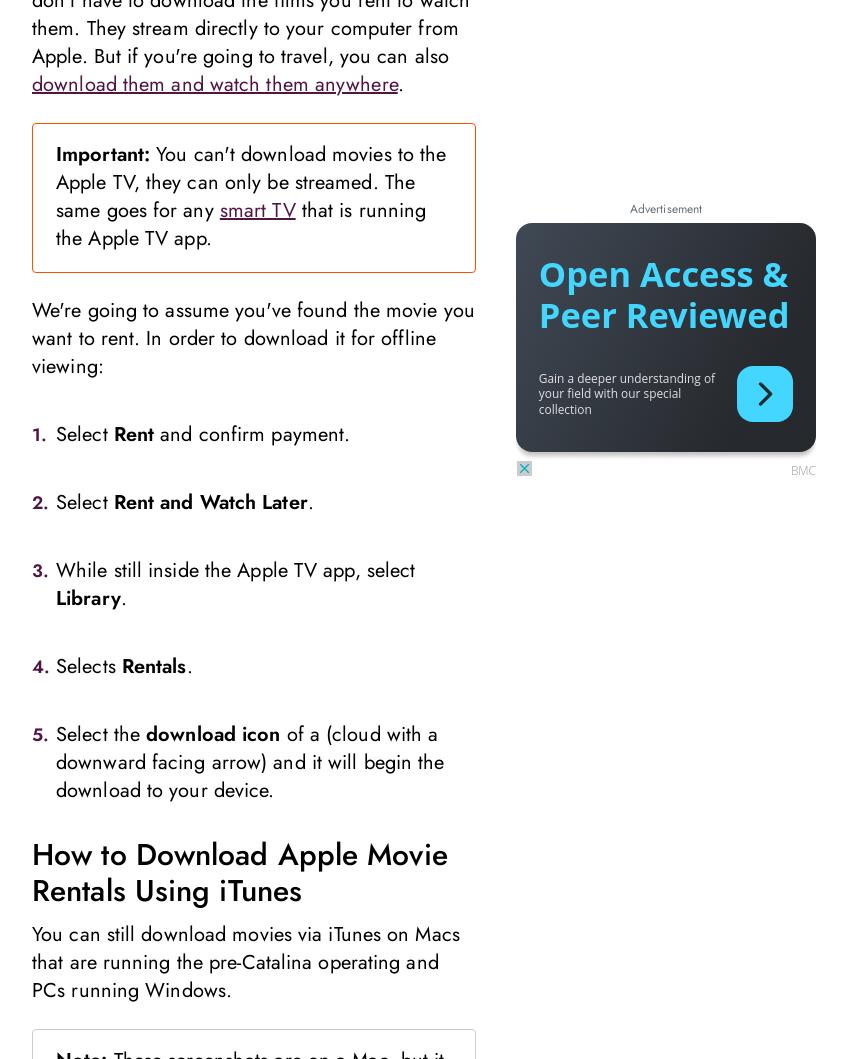 This screenshot has width=848, height=1059. I want to click on 'How to Download Apple Movie Rentals Using iTunes', so click(238, 871).